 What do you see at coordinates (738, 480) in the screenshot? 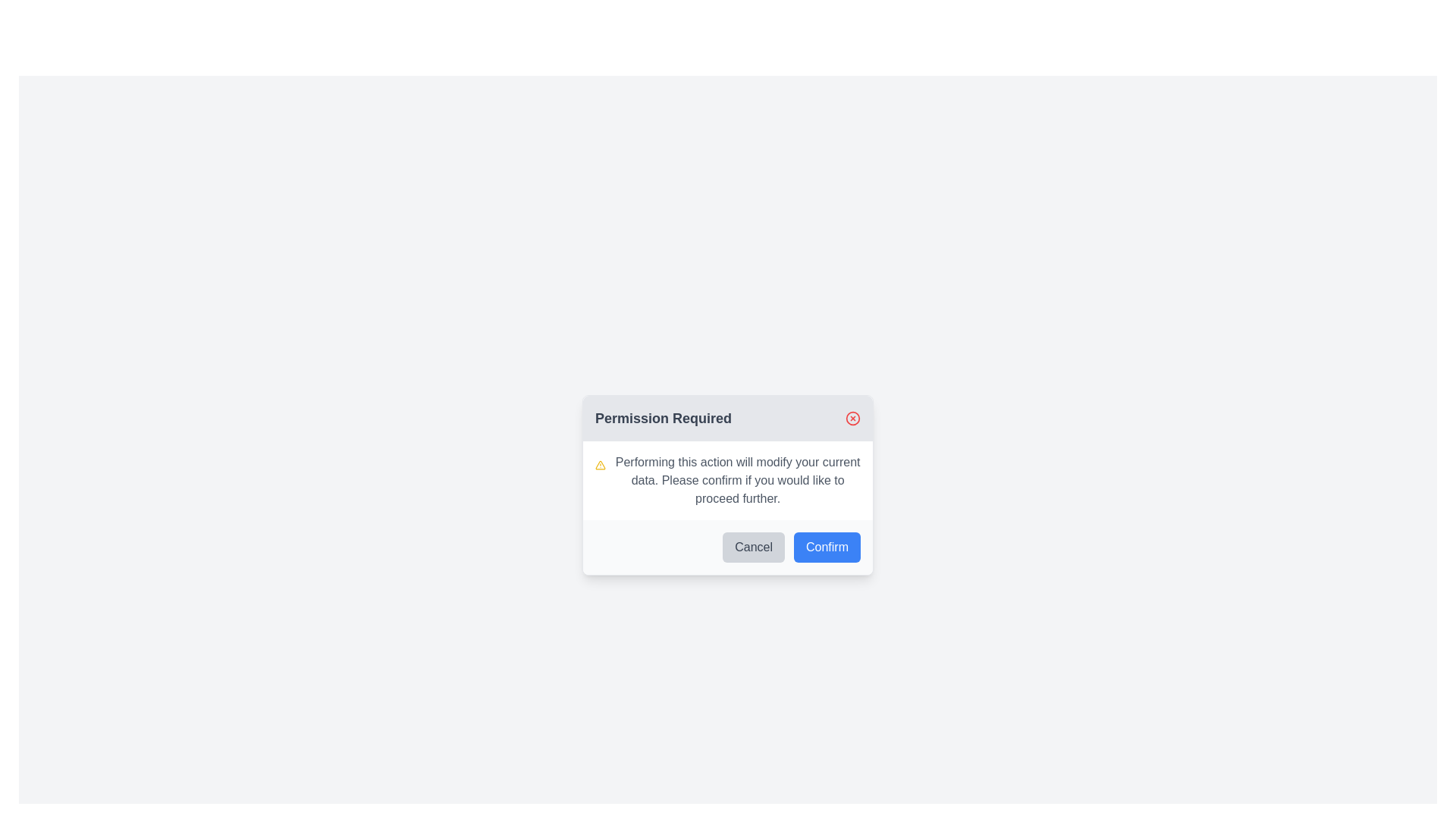
I see `informational text block located within the 'Permission Required' dialog box, positioned below the warning icon and above the Cancel and Confirm buttons` at bounding box center [738, 480].